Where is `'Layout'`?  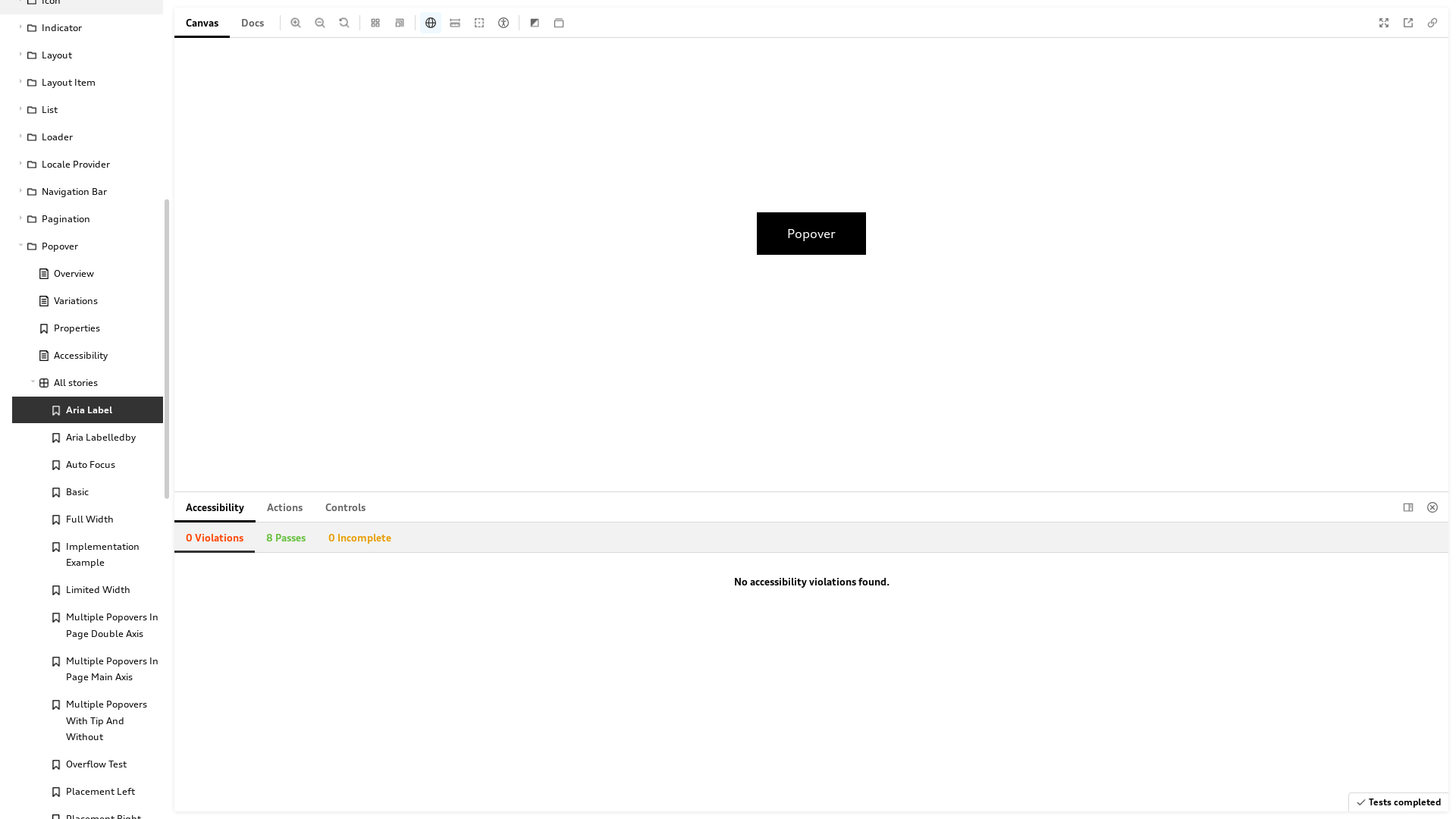 'Layout' is located at coordinates (80, 55).